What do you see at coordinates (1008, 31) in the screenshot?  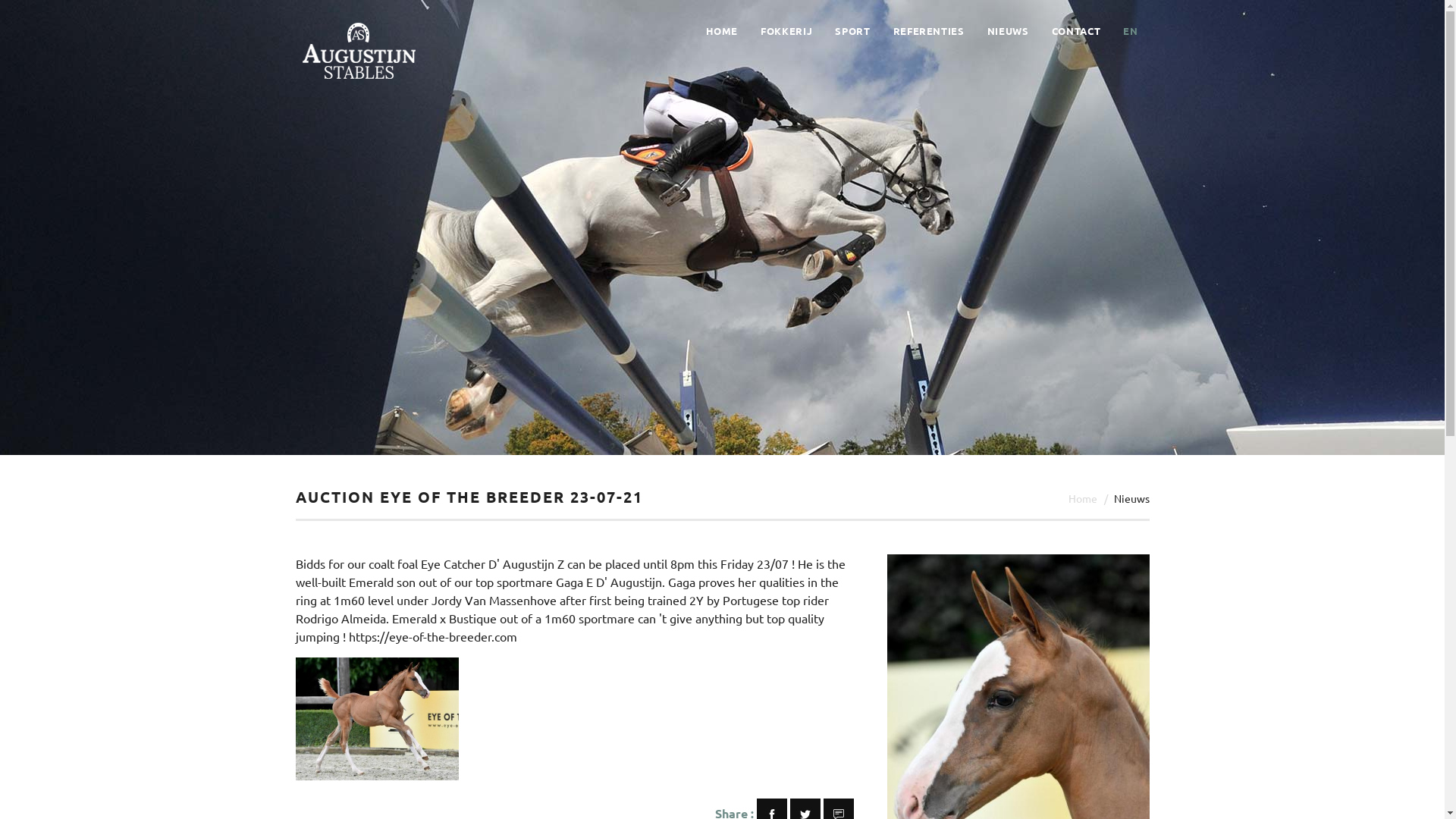 I see `'NIEUWS'` at bounding box center [1008, 31].